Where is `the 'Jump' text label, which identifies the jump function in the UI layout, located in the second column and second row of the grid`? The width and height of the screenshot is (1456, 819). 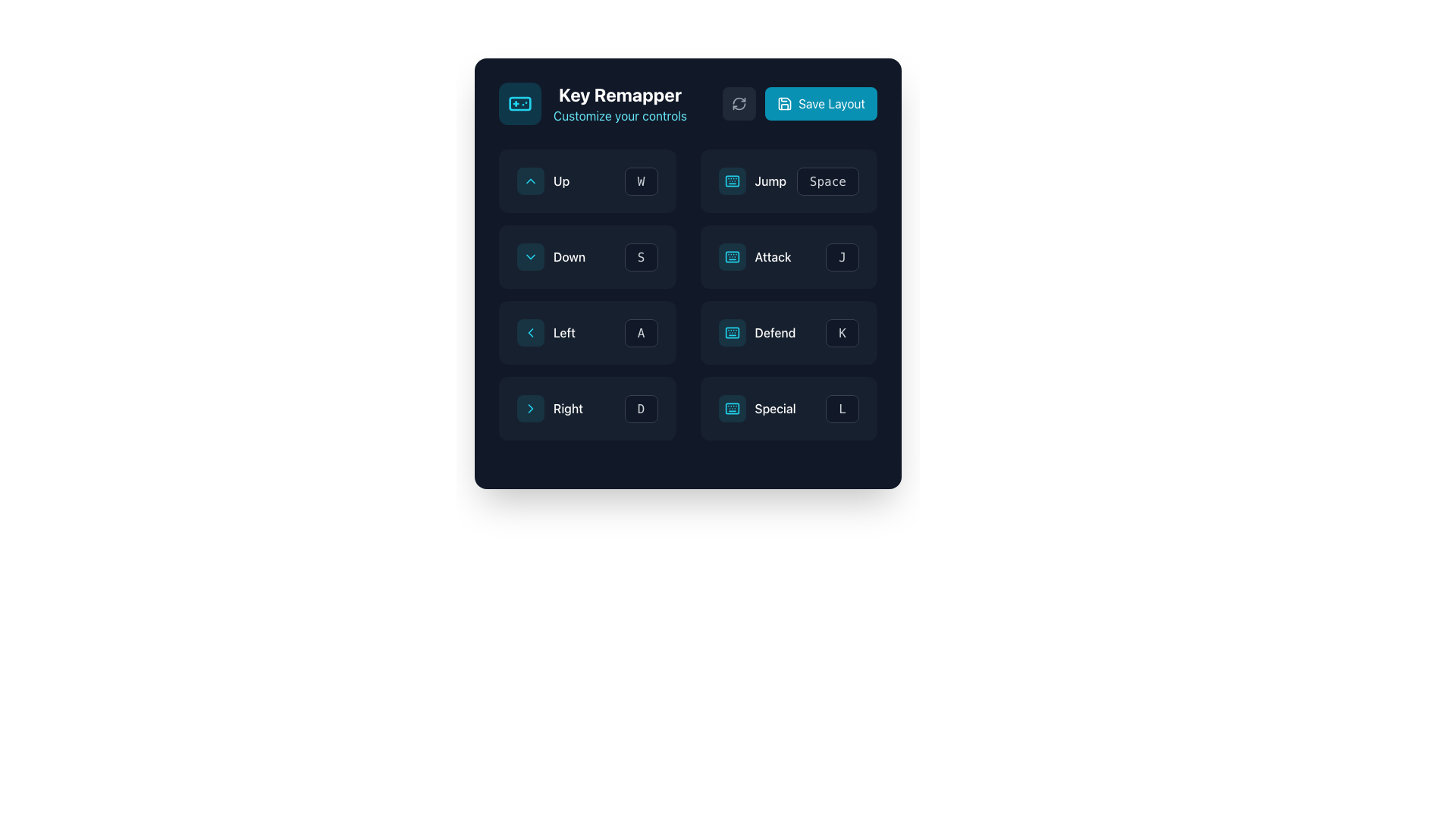
the 'Jump' text label, which identifies the jump function in the UI layout, located in the second column and second row of the grid is located at coordinates (770, 180).